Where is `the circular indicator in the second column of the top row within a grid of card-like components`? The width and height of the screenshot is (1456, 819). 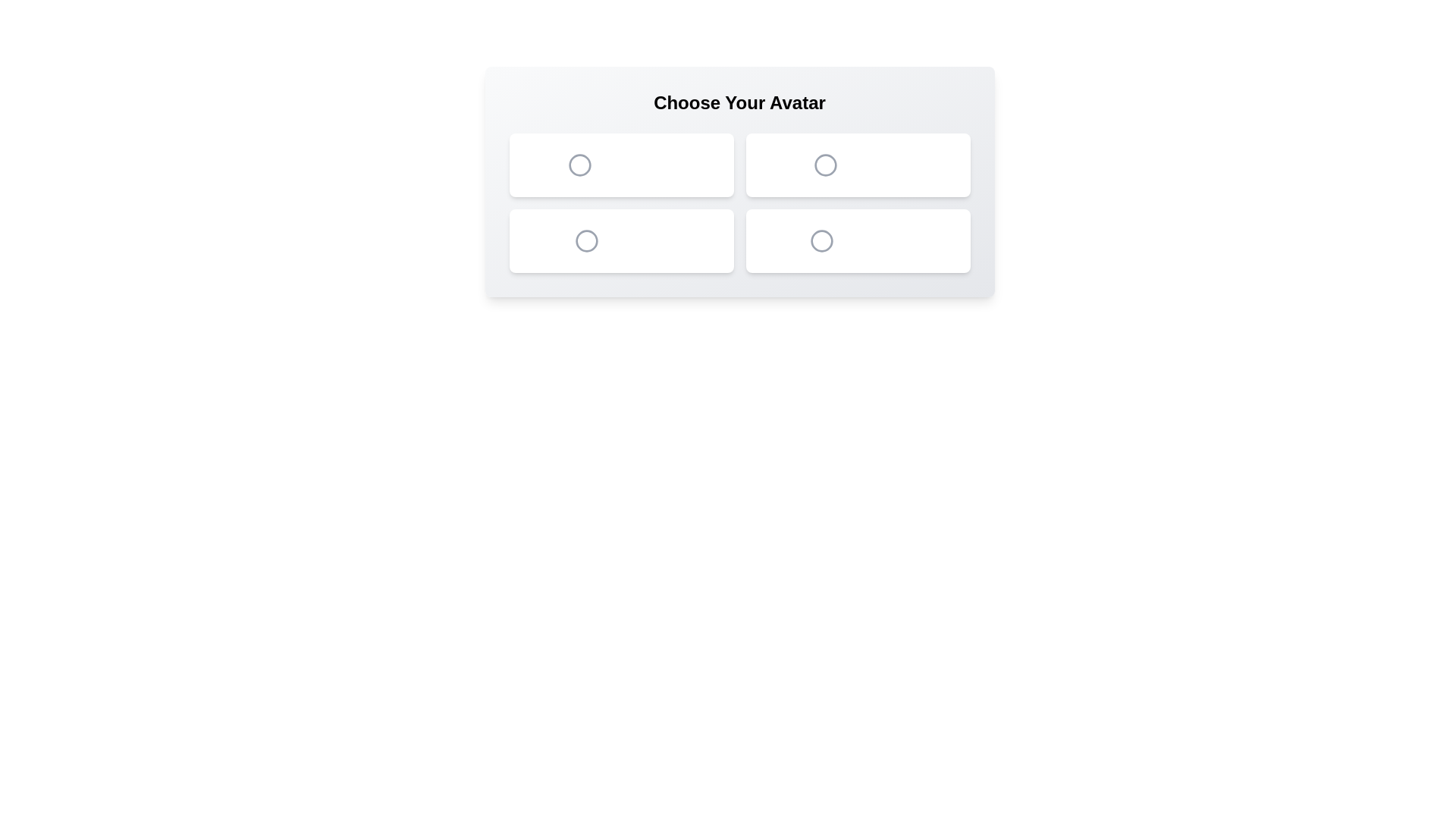
the circular indicator in the second column of the top row within a grid of card-like components is located at coordinates (825, 165).